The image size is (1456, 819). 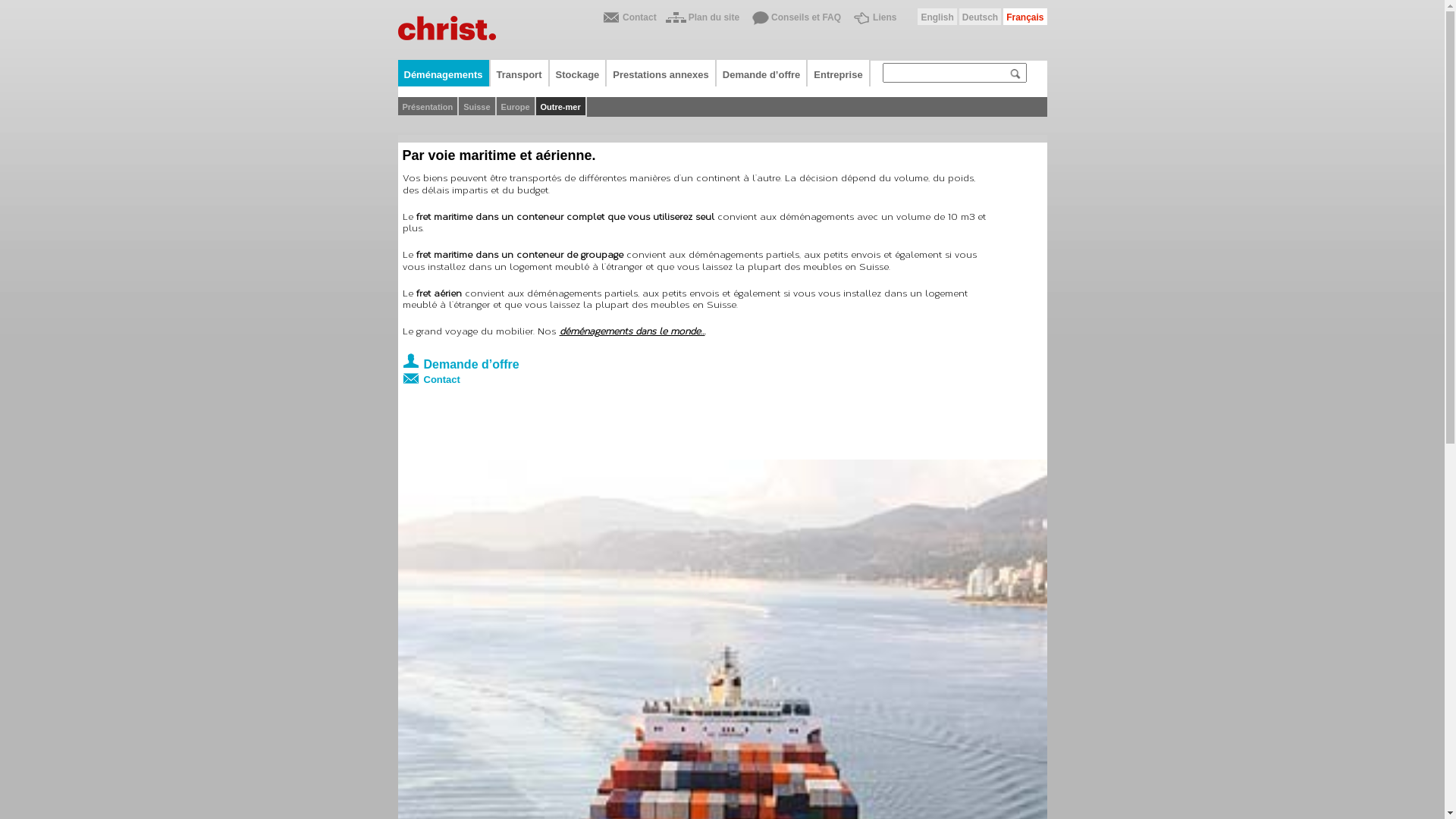 I want to click on 'Entreprise', so click(x=837, y=73).